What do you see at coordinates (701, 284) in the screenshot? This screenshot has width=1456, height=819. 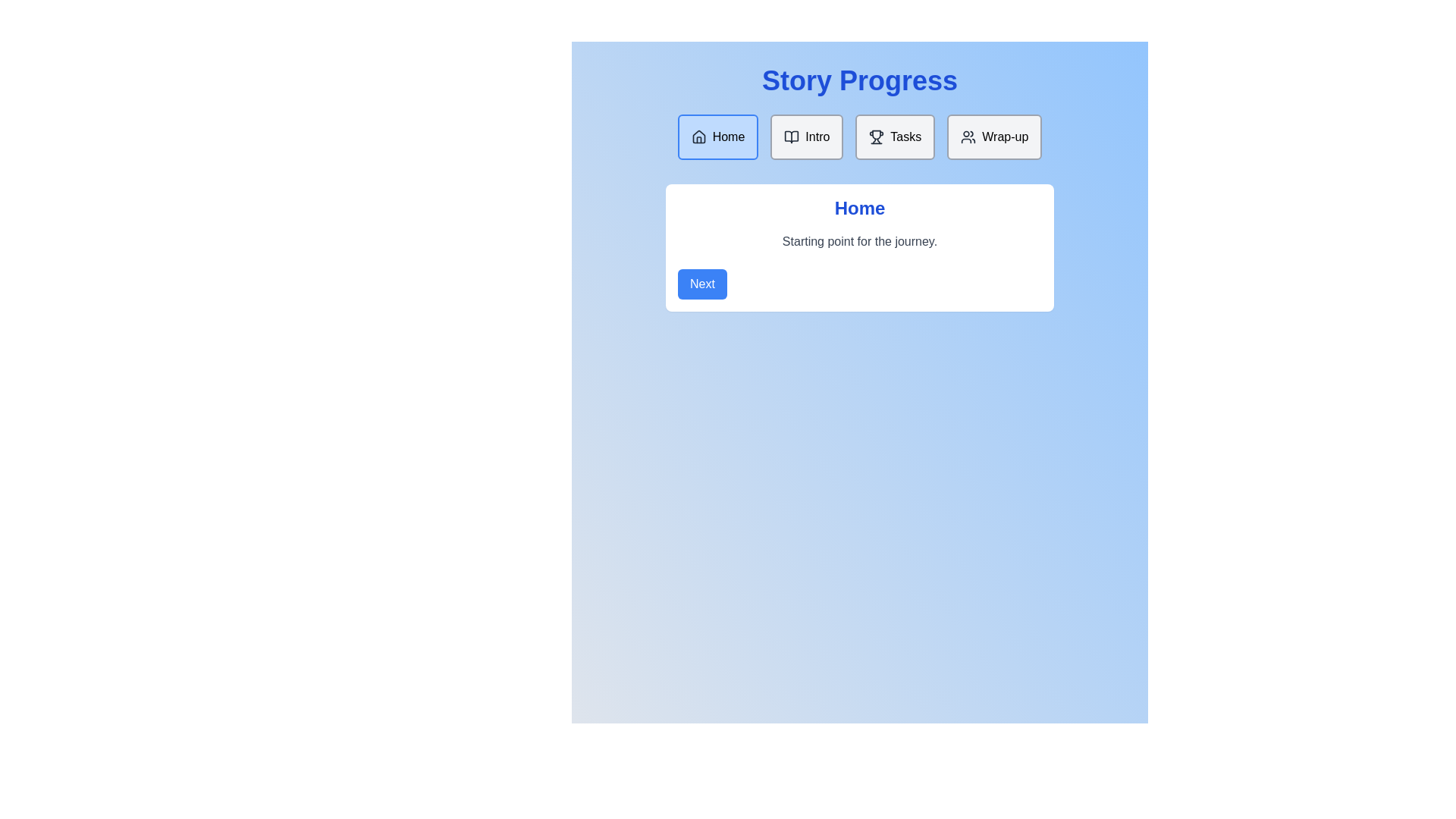 I see `the 'Next' button to proceed to the next step` at bounding box center [701, 284].